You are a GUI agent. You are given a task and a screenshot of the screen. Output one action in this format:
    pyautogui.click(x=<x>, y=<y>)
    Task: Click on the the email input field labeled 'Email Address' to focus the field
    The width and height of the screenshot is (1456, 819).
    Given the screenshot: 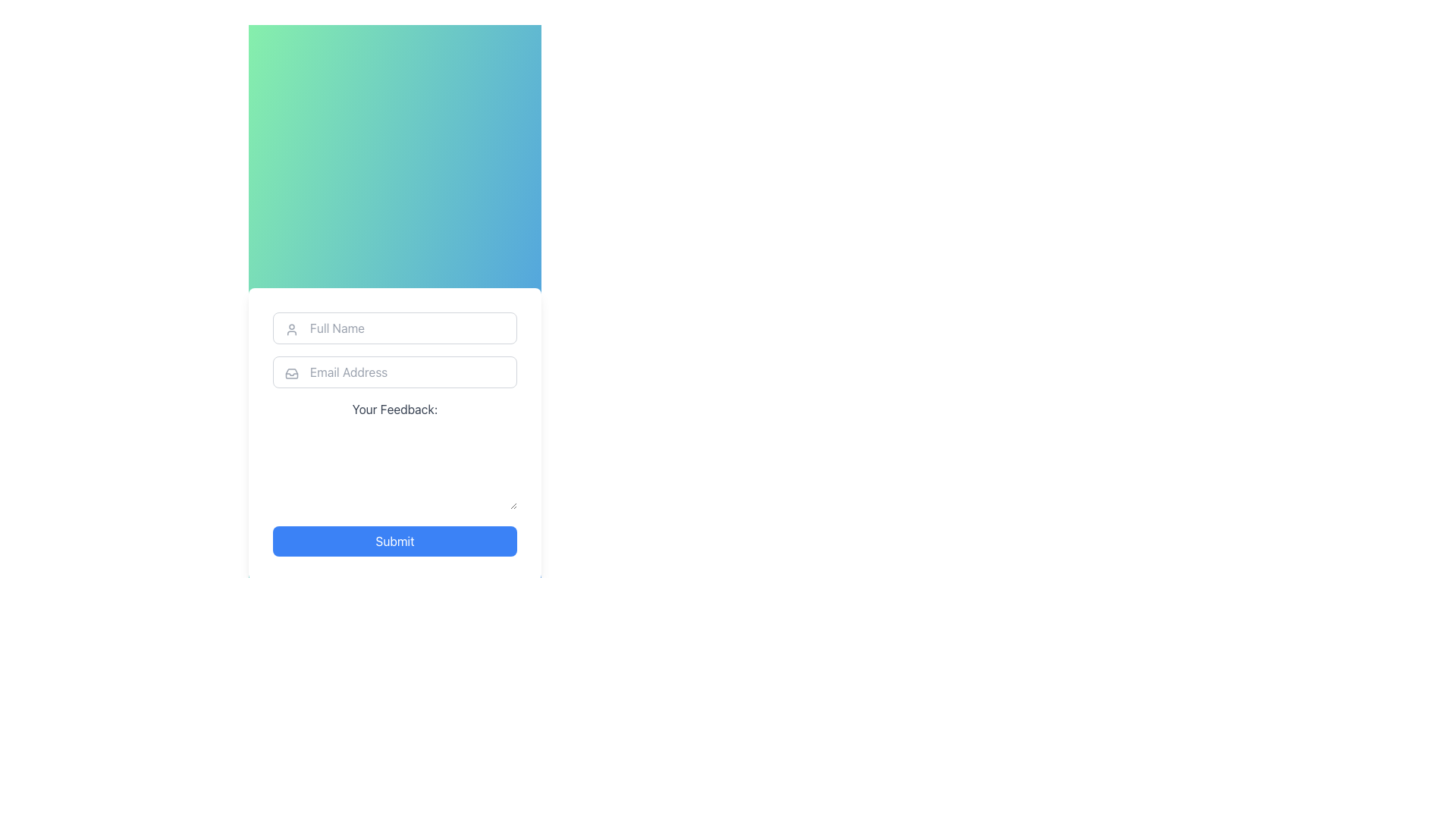 What is the action you would take?
    pyautogui.click(x=395, y=372)
    